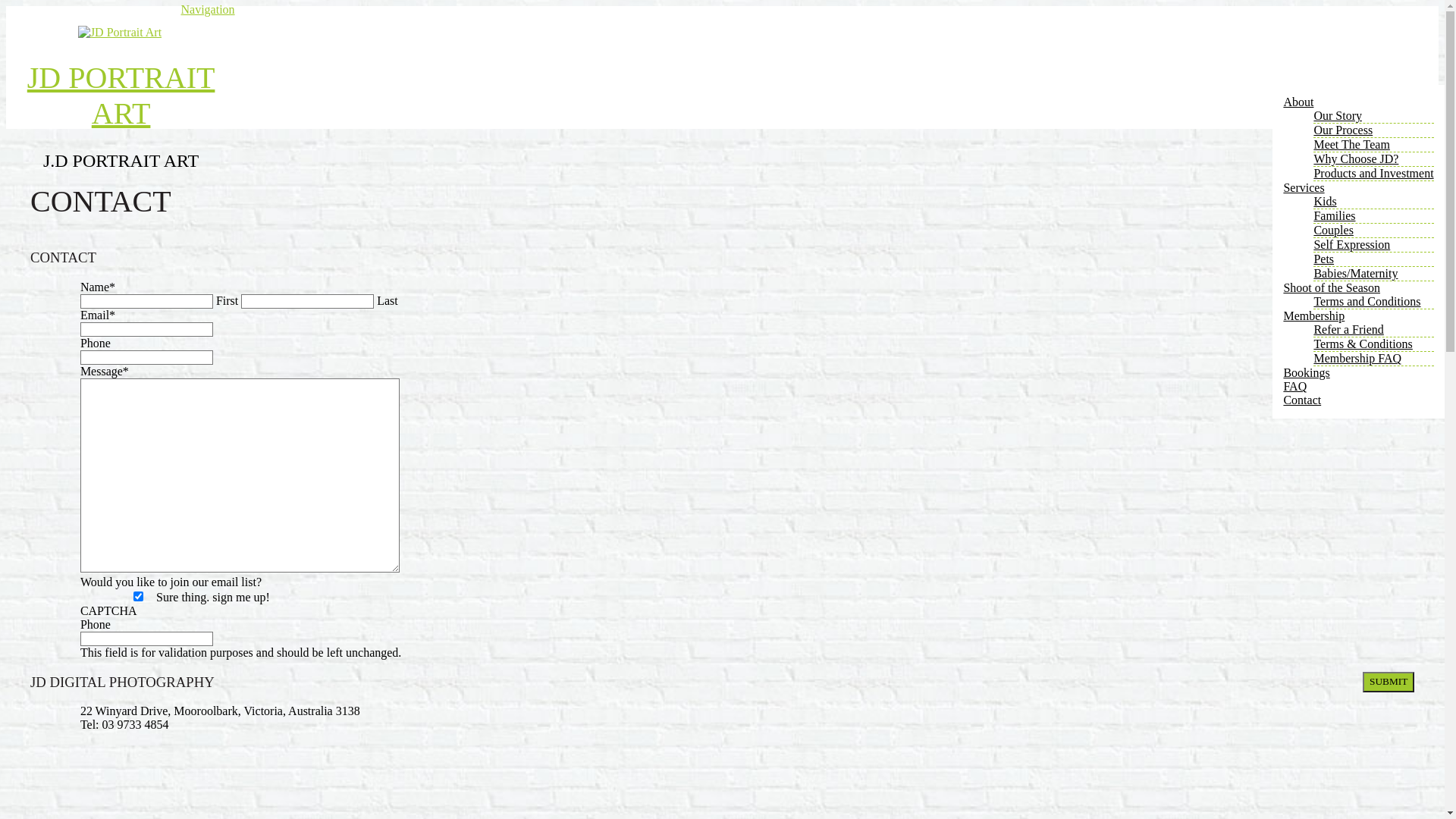 The height and width of the screenshot is (819, 1456). I want to click on 'Navigation', so click(206, 9).